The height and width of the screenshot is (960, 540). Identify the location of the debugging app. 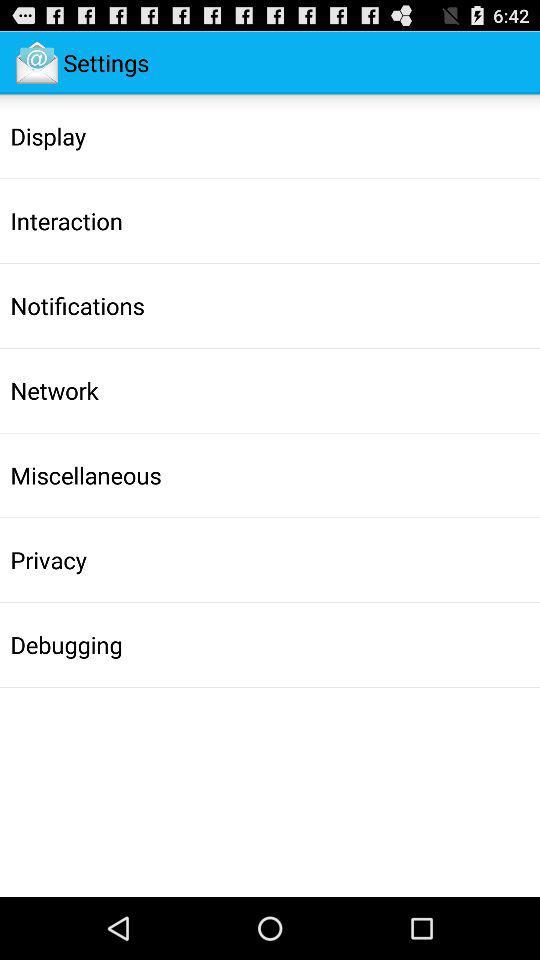
(66, 643).